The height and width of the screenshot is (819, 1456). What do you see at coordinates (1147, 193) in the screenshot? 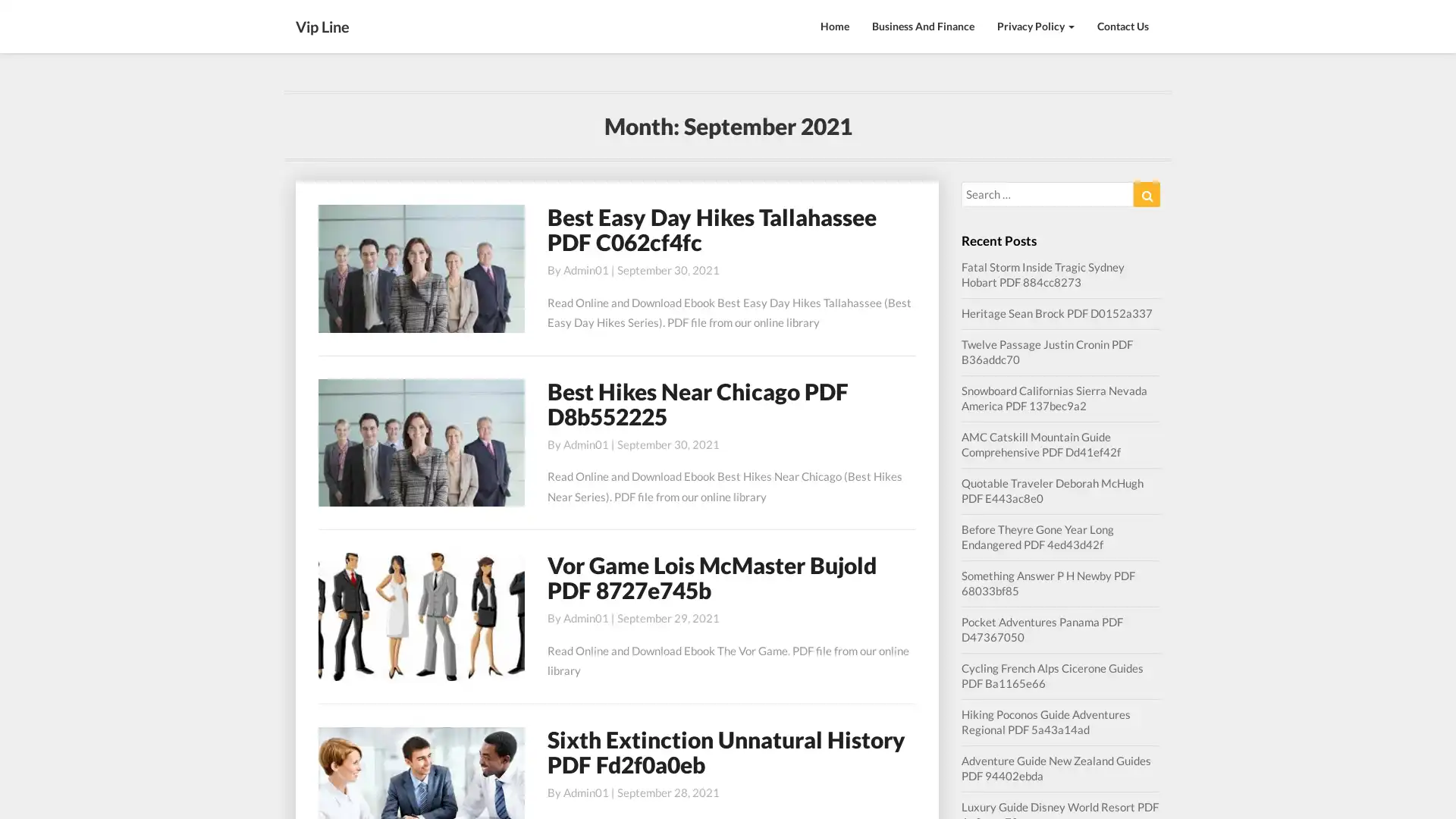
I see `Search` at bounding box center [1147, 193].